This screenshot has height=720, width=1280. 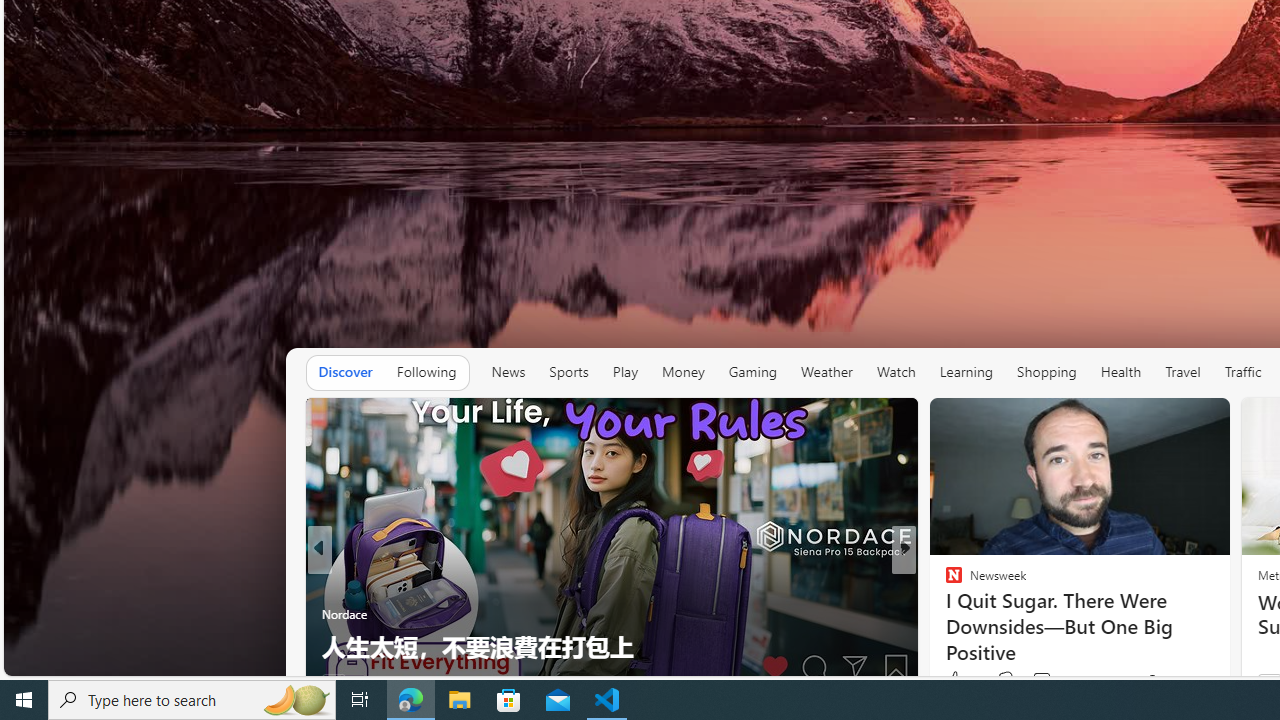 What do you see at coordinates (1121, 371) in the screenshot?
I see `'Health'` at bounding box center [1121, 371].